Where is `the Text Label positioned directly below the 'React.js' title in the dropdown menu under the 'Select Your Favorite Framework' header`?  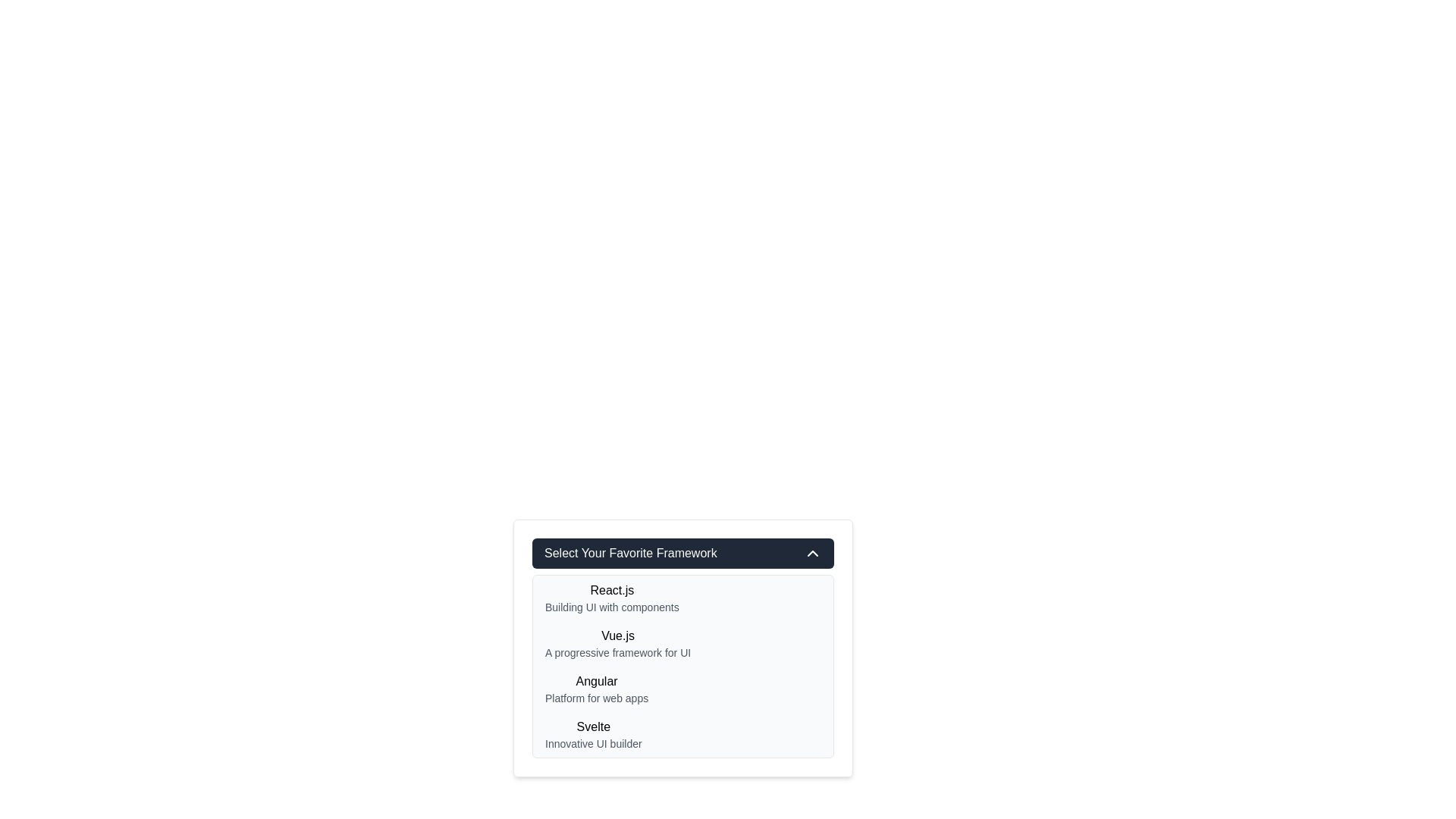
the Text Label positioned directly below the 'React.js' title in the dropdown menu under the 'Select Your Favorite Framework' header is located at coordinates (612, 607).